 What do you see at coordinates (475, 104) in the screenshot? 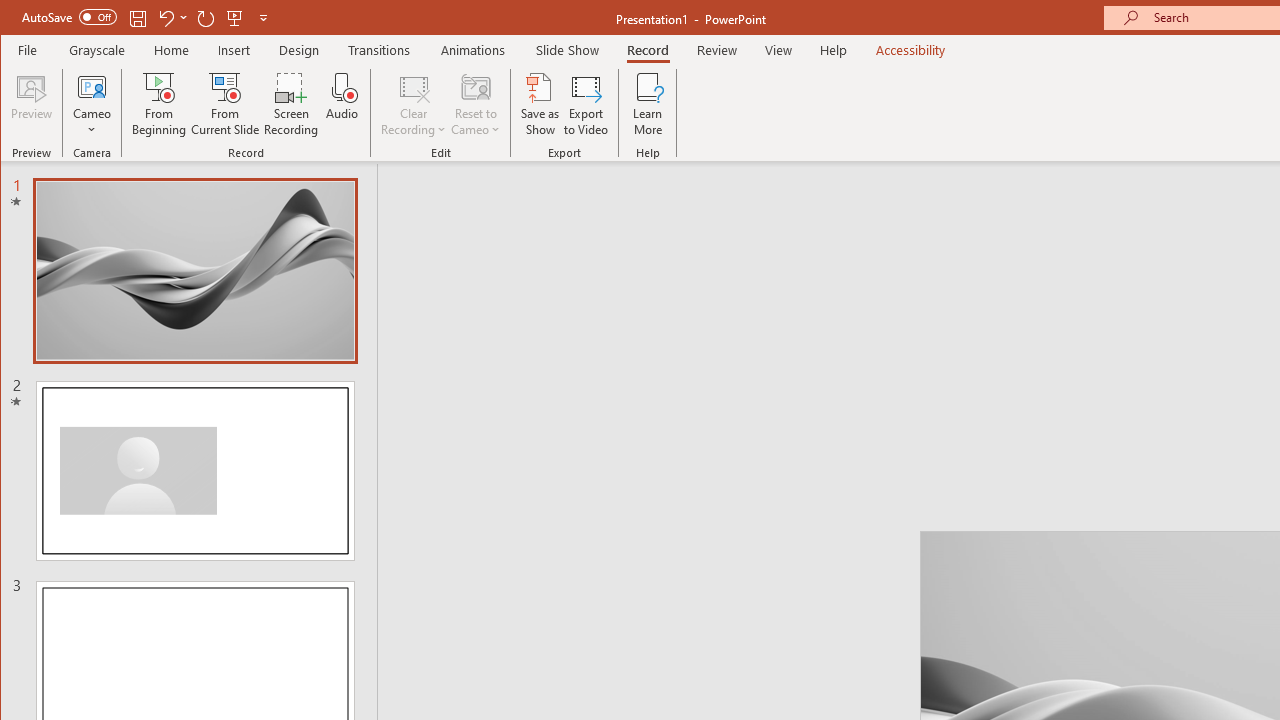
I see `'Reset to Cameo'` at bounding box center [475, 104].